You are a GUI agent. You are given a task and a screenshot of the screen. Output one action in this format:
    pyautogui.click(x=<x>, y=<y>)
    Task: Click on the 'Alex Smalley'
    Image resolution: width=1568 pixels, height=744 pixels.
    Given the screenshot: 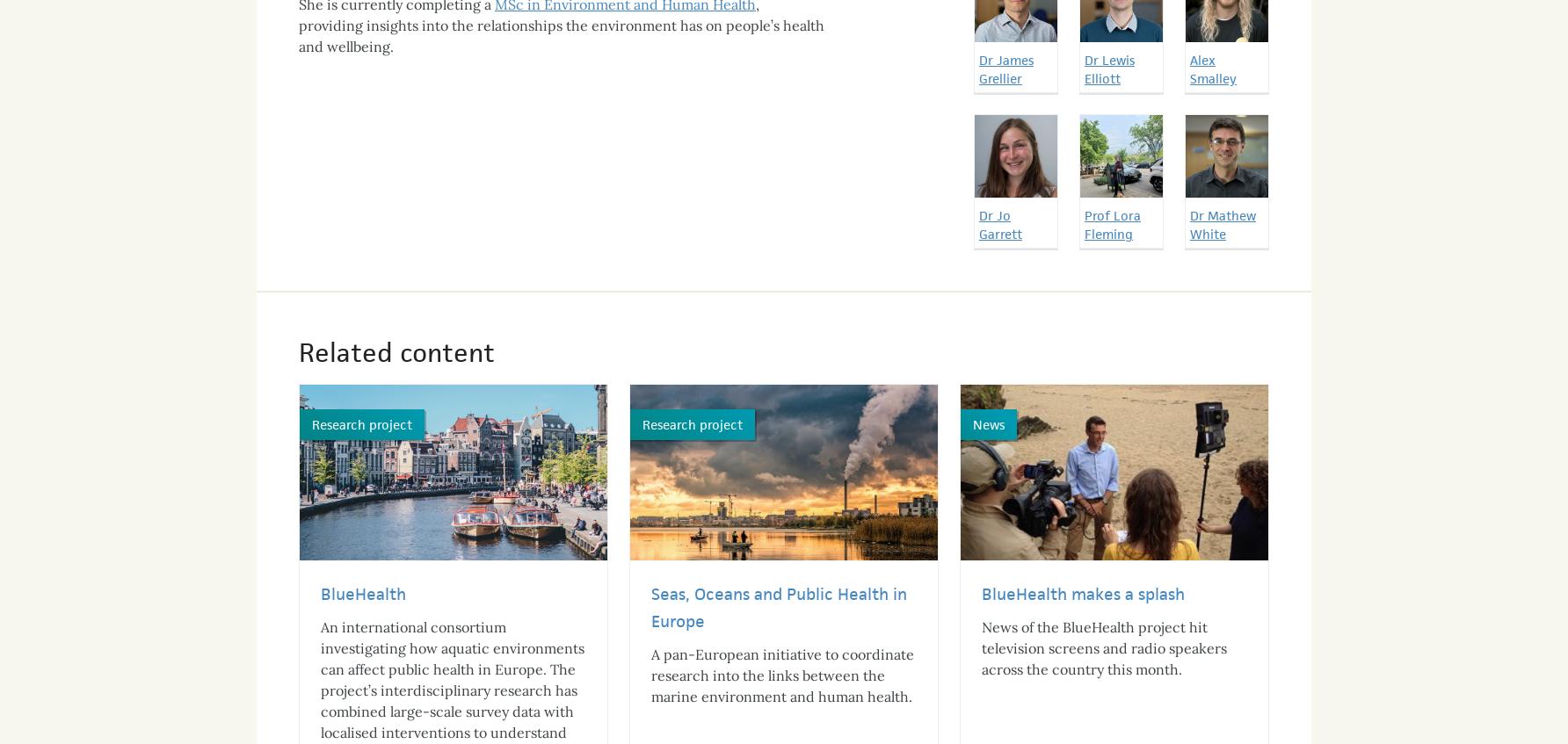 What is the action you would take?
    pyautogui.click(x=1190, y=52)
    